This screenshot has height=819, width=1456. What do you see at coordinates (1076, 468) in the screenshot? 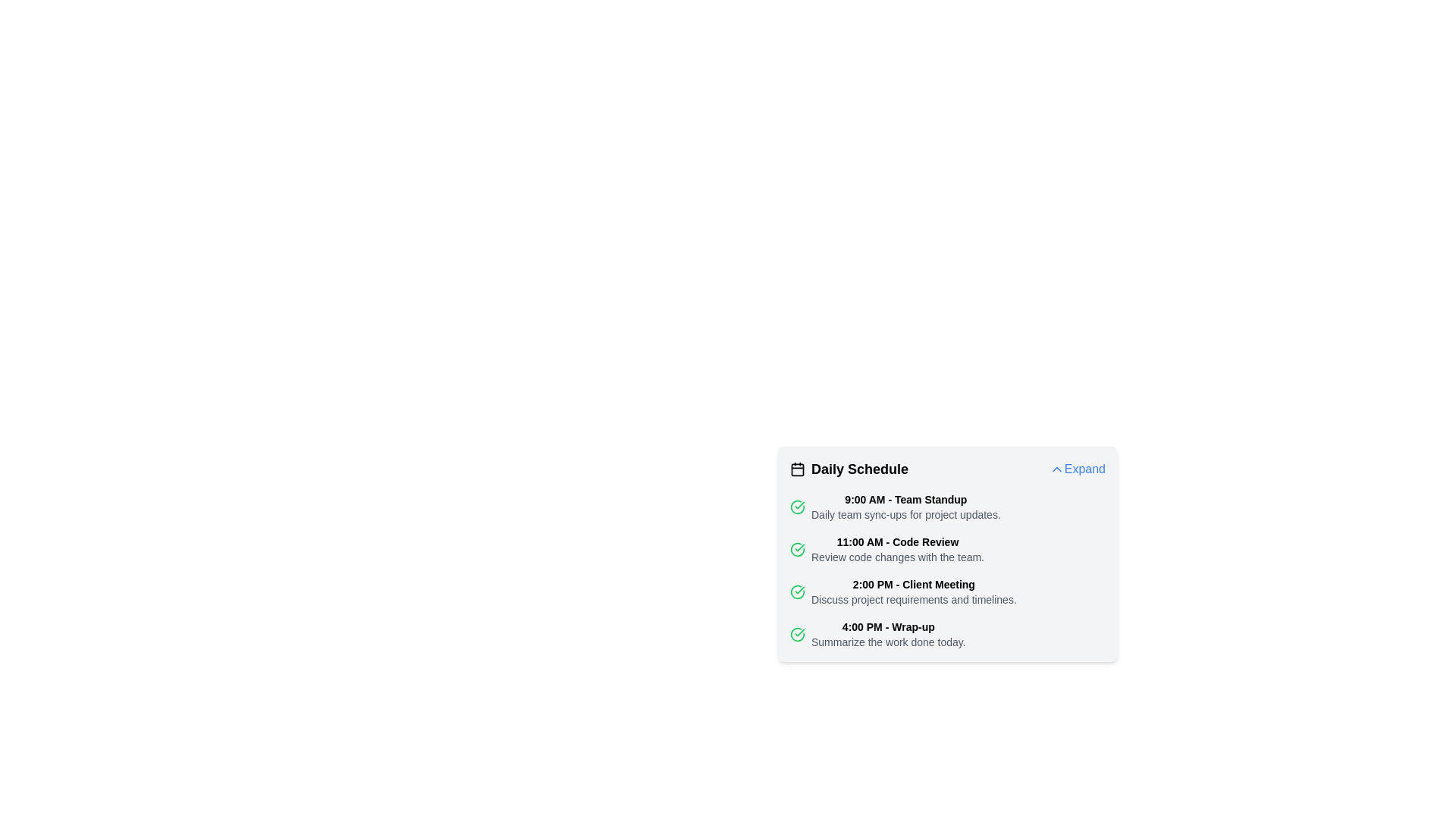
I see `the interactive button located in the top-right corner of the 'Daily Schedule' section` at bounding box center [1076, 468].